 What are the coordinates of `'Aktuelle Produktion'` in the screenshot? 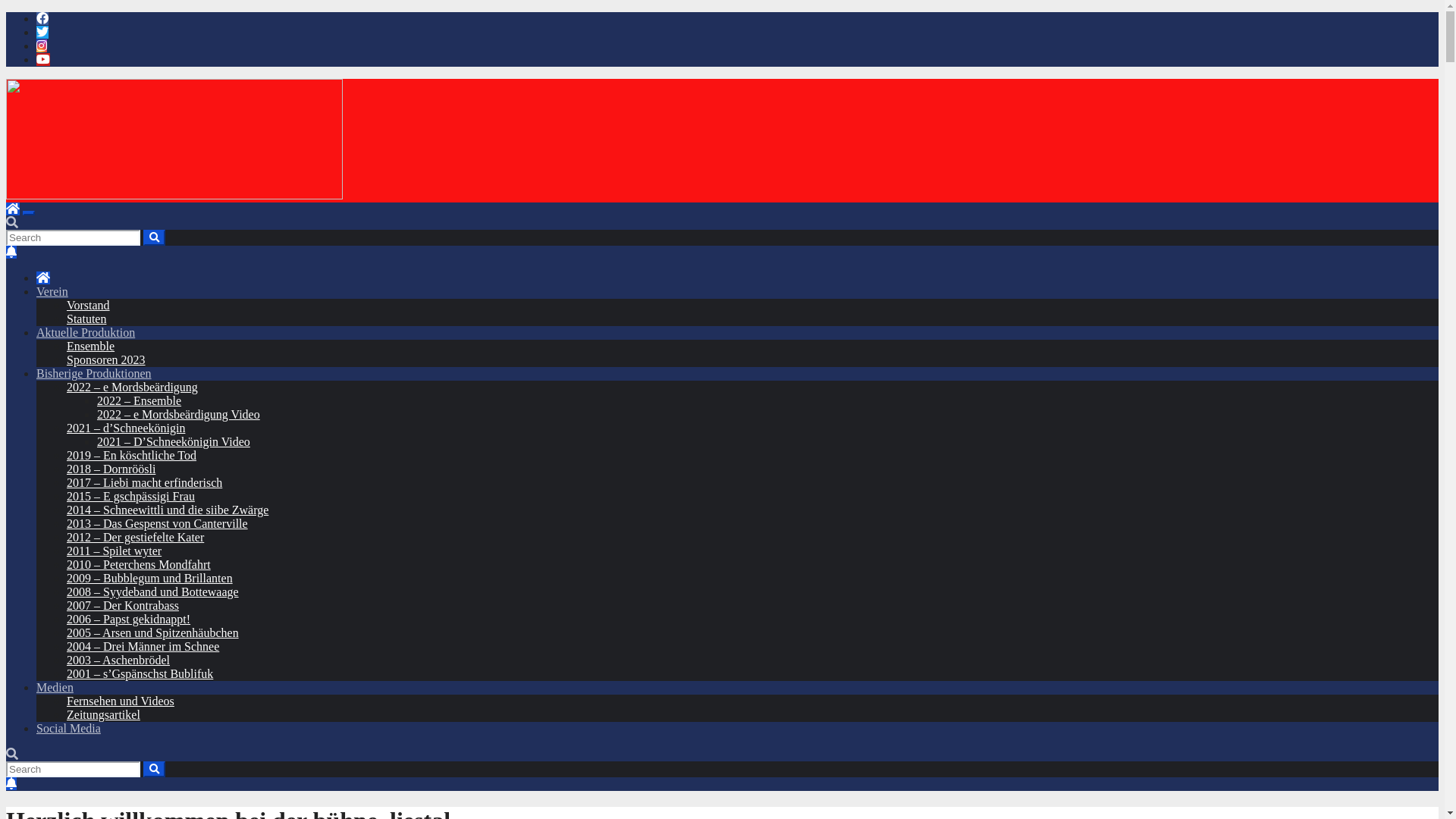 It's located at (85, 331).